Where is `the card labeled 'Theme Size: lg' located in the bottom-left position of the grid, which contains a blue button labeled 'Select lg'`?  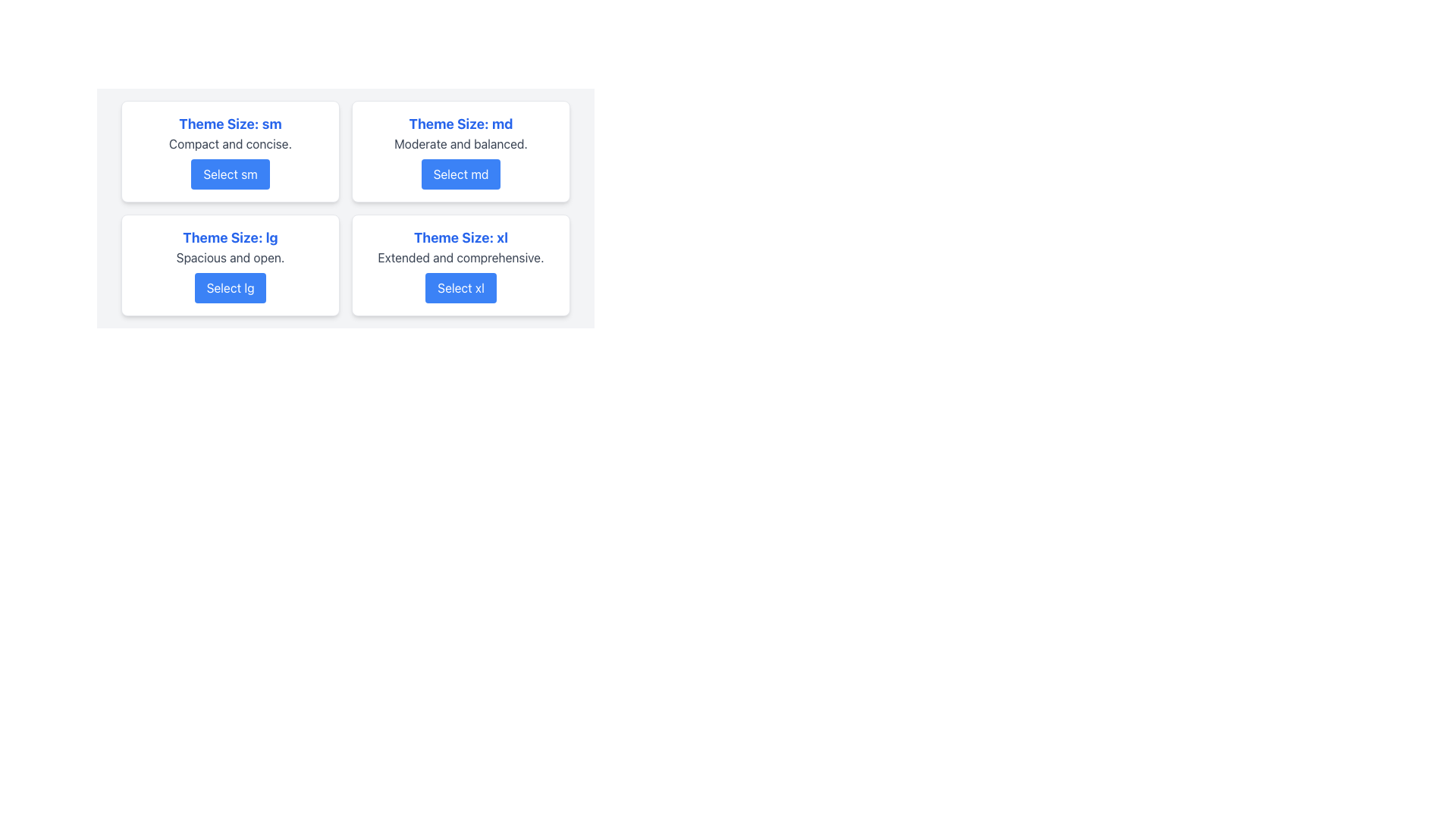
the card labeled 'Theme Size: lg' located in the bottom-left position of the grid, which contains a blue button labeled 'Select lg' is located at coordinates (229, 265).